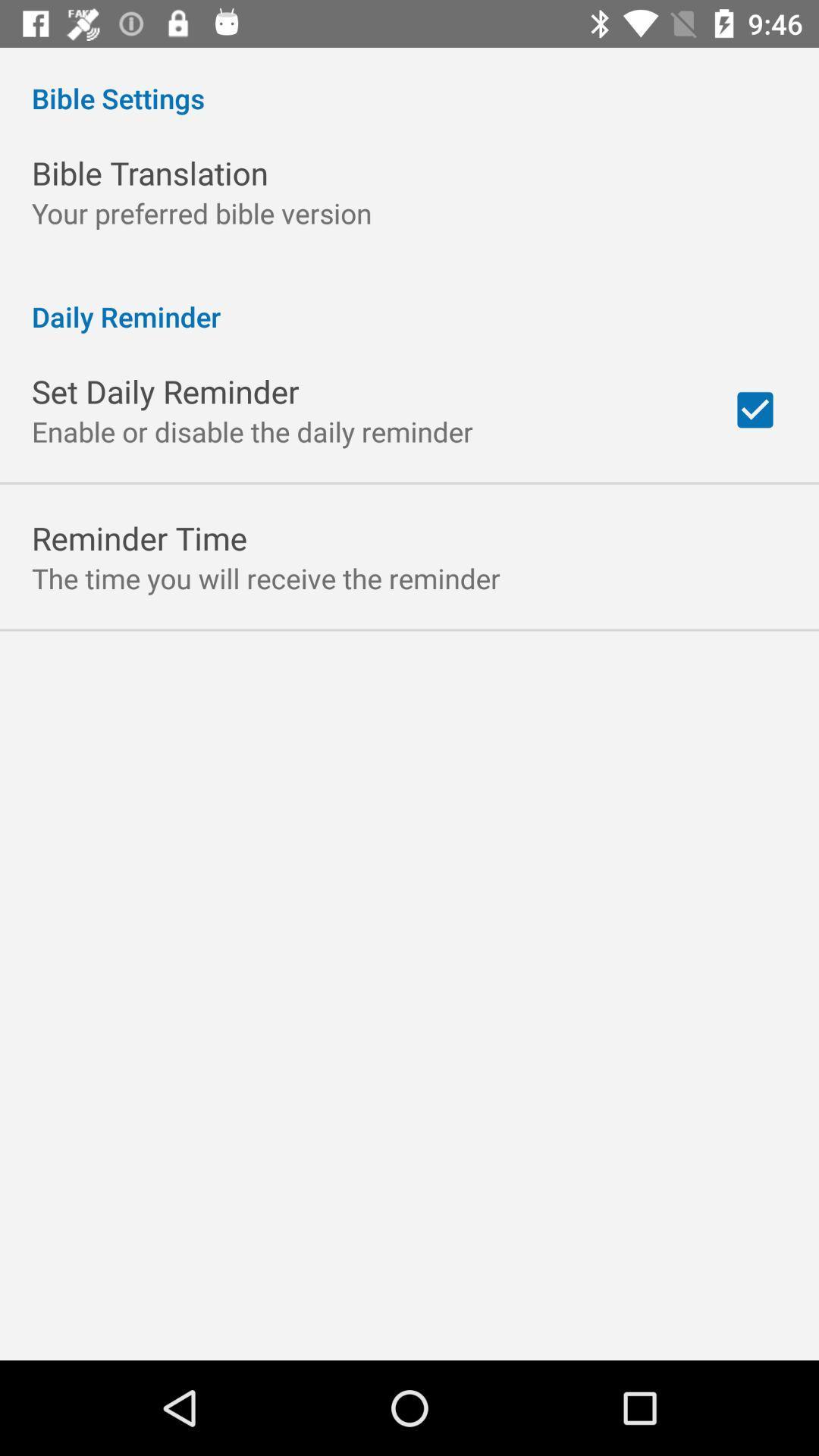 The height and width of the screenshot is (1456, 819). What do you see at coordinates (265, 577) in the screenshot?
I see `icon below the reminder time icon` at bounding box center [265, 577].